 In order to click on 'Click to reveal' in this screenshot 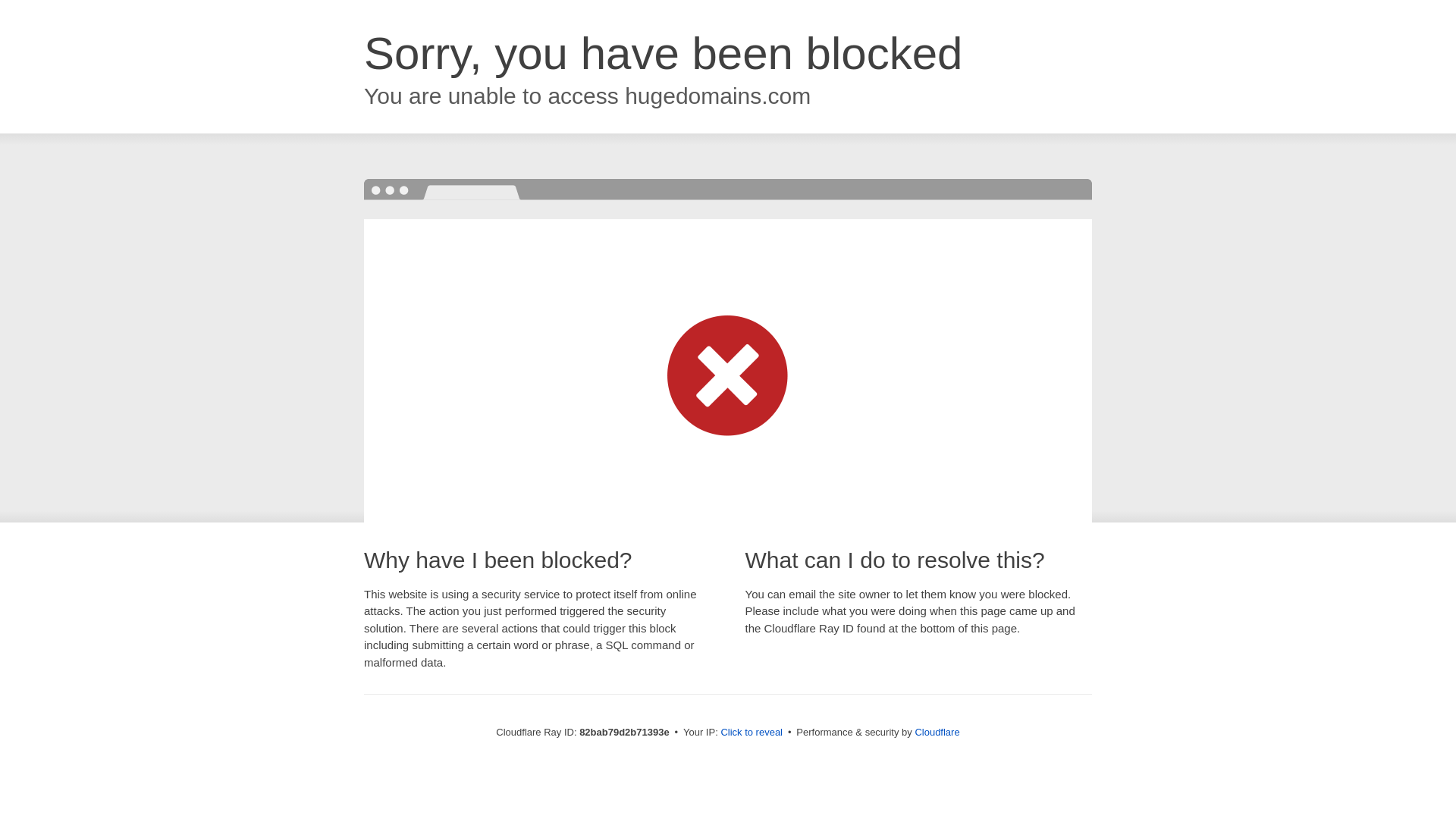, I will do `click(720, 731)`.